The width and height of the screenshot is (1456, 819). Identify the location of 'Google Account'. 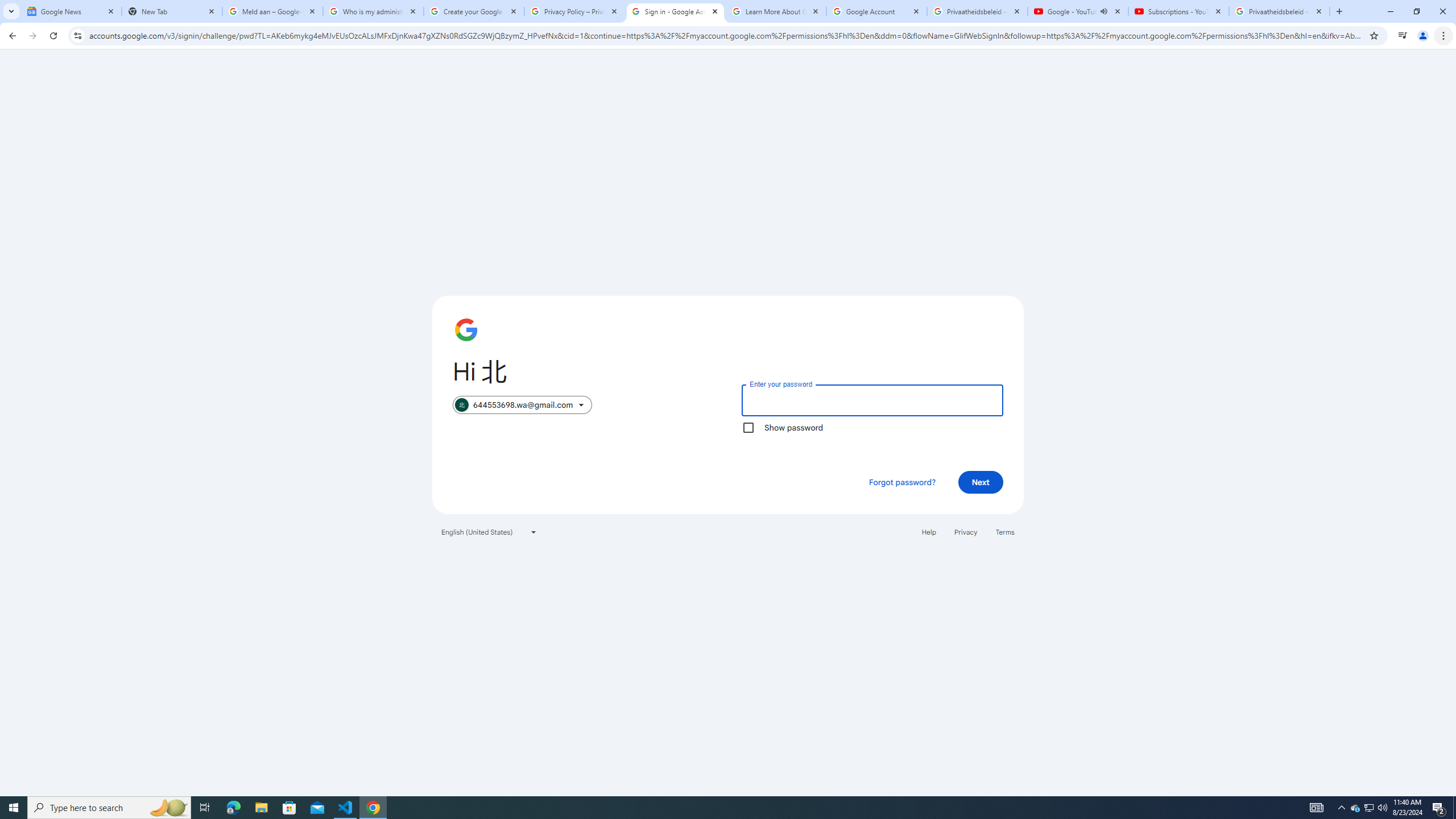
(876, 11).